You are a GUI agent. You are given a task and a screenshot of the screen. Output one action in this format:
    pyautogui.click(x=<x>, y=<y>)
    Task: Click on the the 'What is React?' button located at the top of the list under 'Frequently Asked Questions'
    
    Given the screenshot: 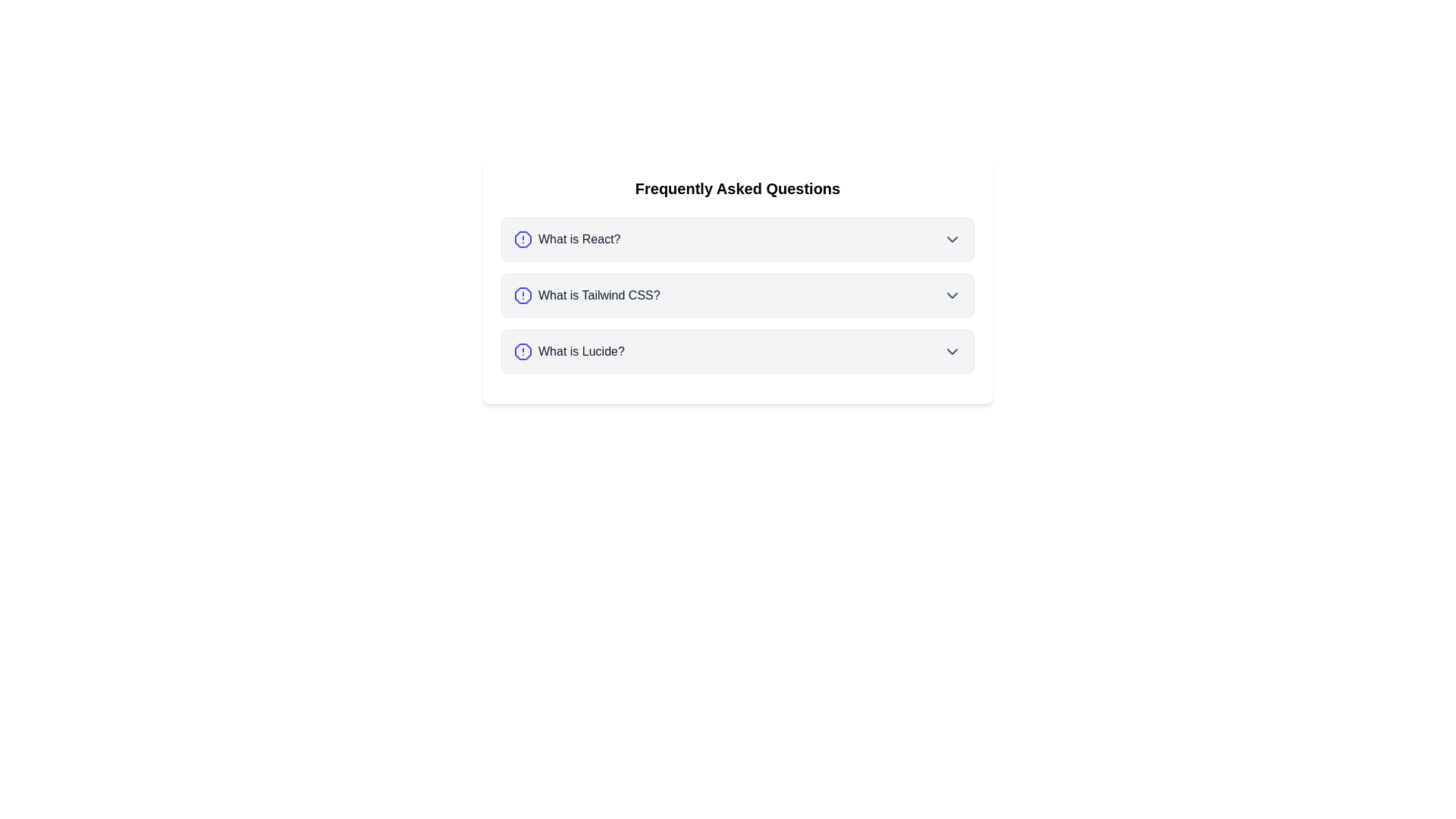 What is the action you would take?
    pyautogui.click(x=738, y=239)
    